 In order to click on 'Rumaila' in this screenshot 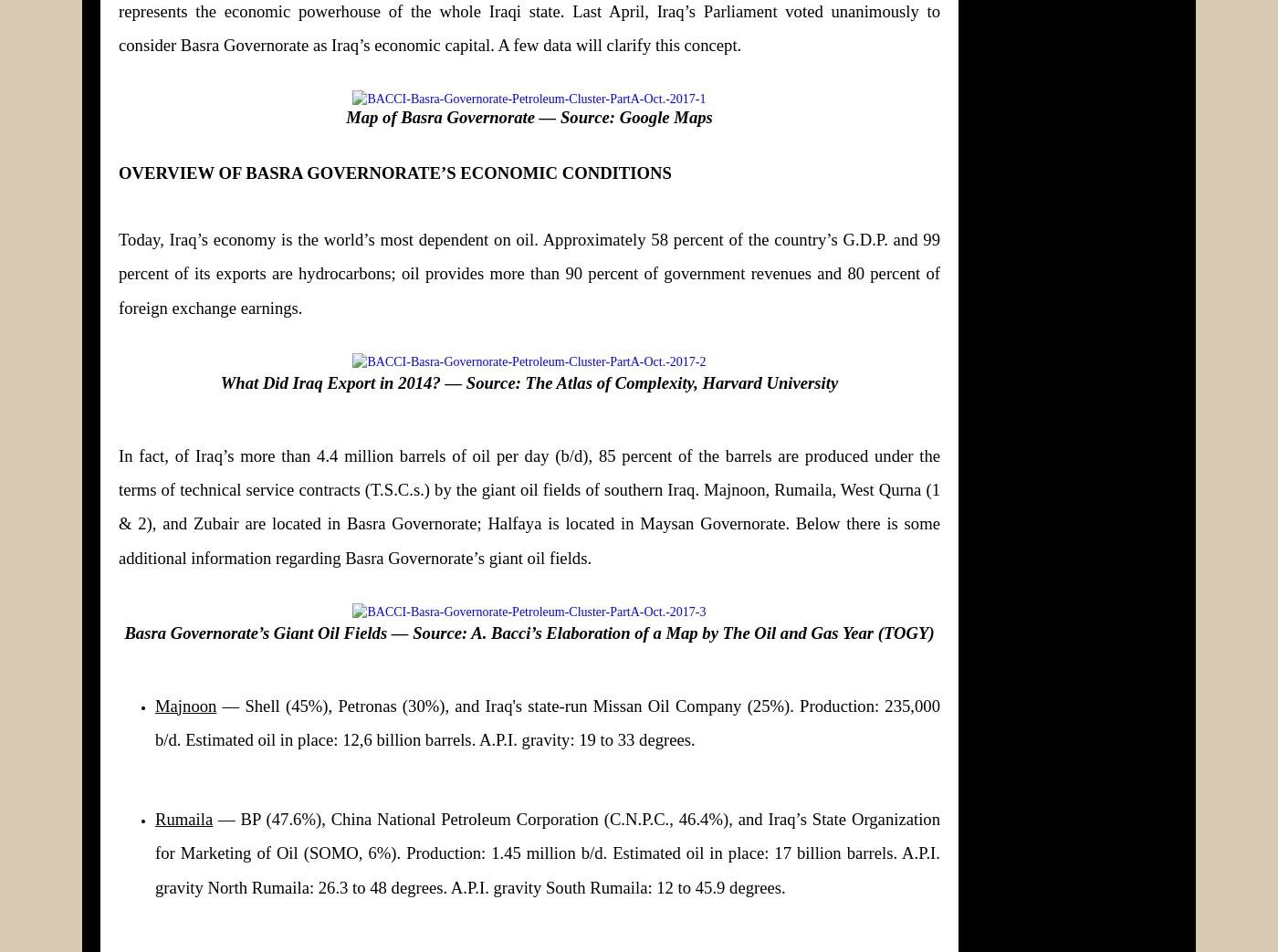, I will do `click(183, 818)`.